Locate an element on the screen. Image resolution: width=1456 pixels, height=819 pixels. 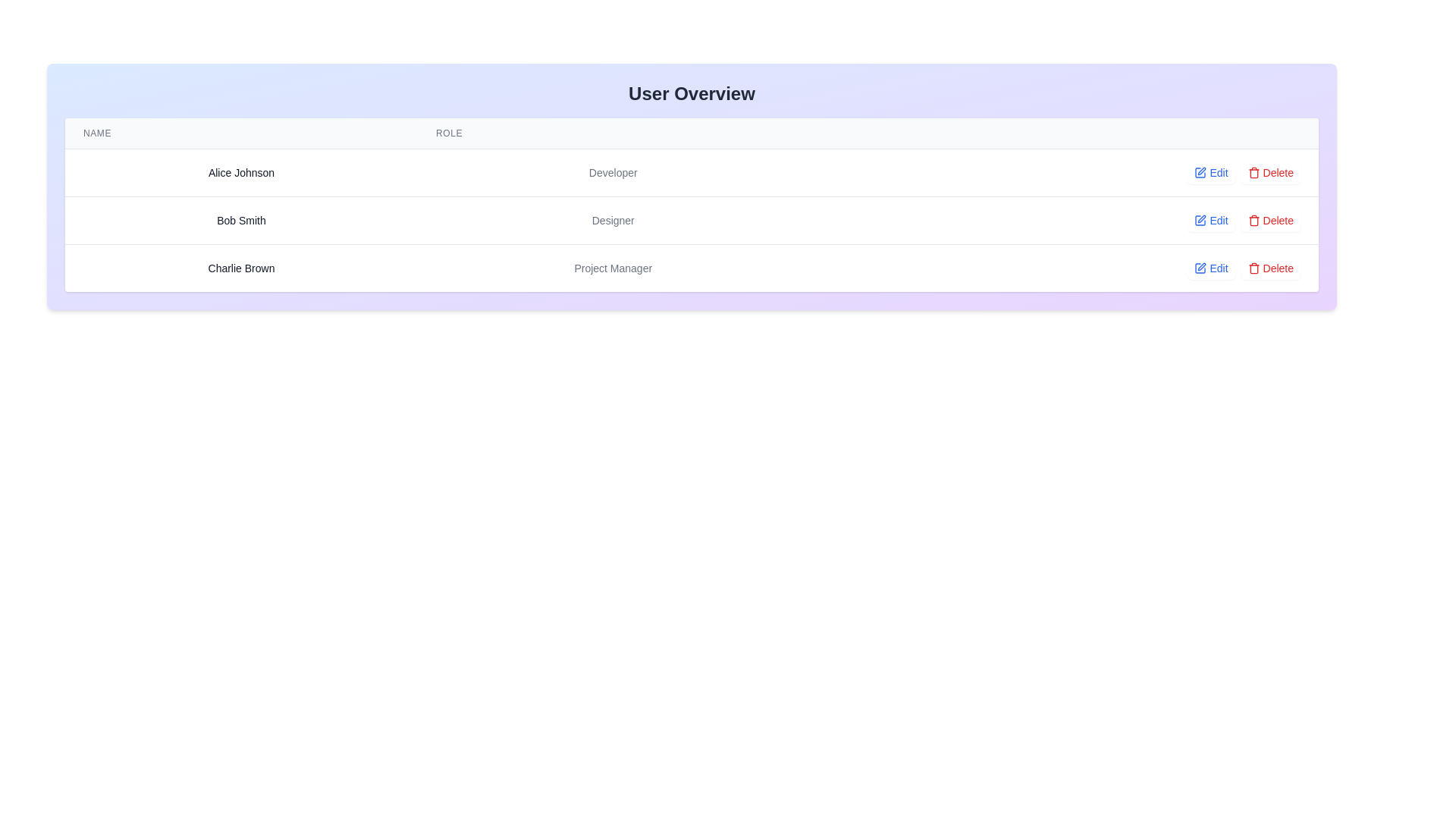
the text label 'Bob Smith' located in the second row under the 'NAME' column of the table is located at coordinates (240, 220).